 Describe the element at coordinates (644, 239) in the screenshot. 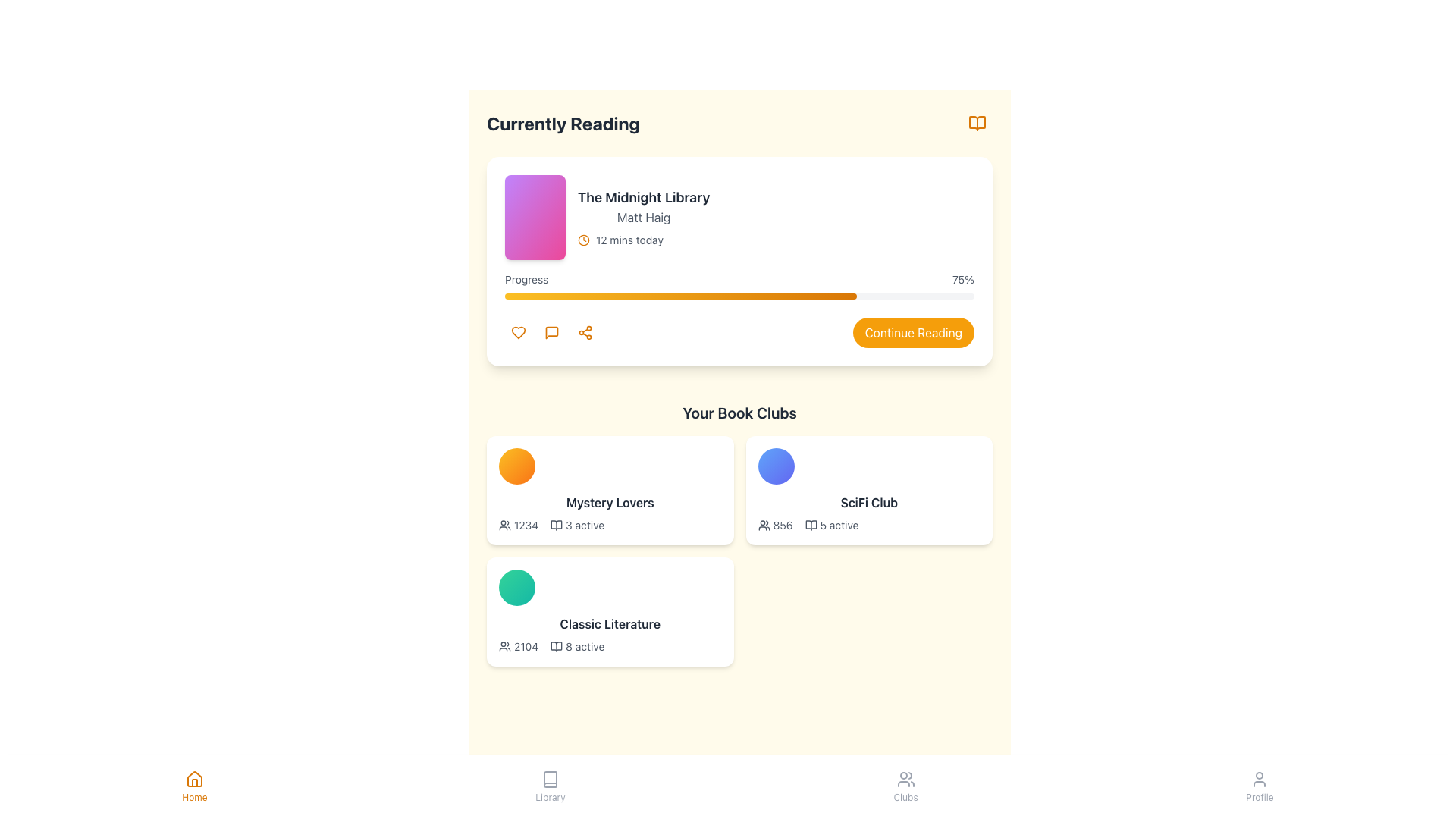

I see `the Icon and Label Pair that displays the time spent on the current reading activity for 'The Midnight Library', located under the 'Currently Reading' header` at that location.